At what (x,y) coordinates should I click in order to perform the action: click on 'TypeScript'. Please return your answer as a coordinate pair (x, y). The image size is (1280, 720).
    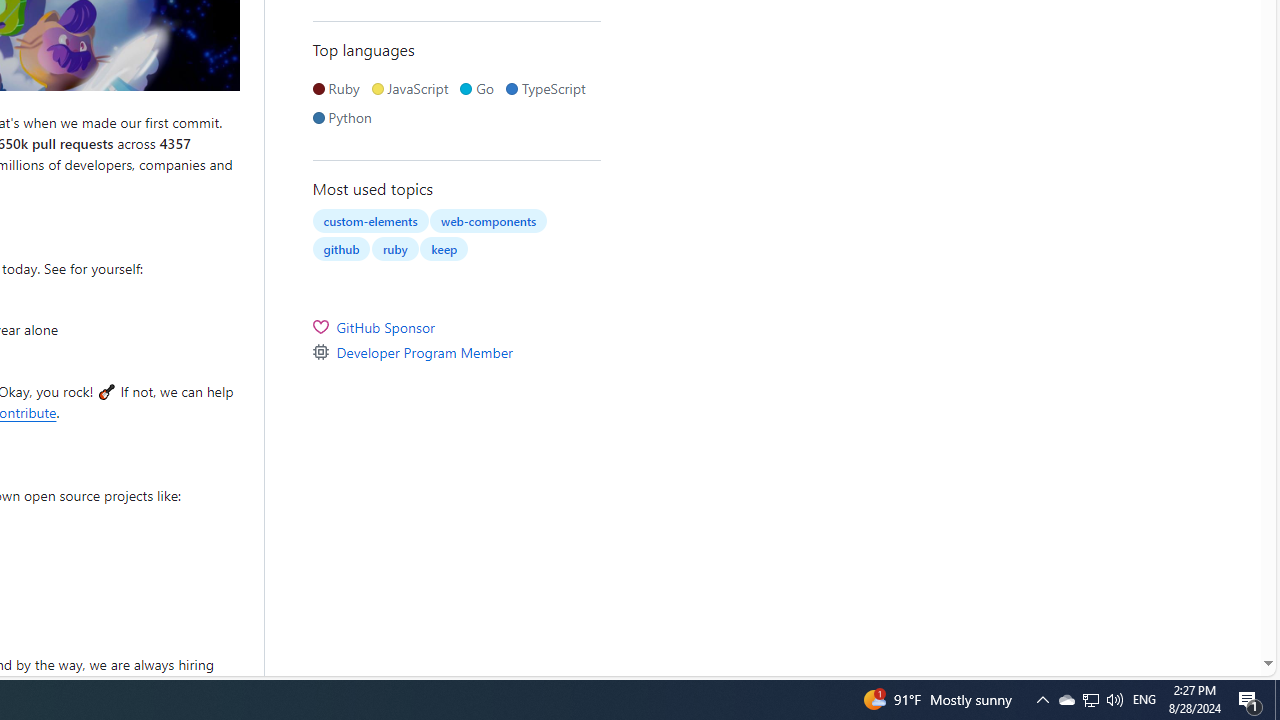
    Looking at the image, I should click on (549, 87).